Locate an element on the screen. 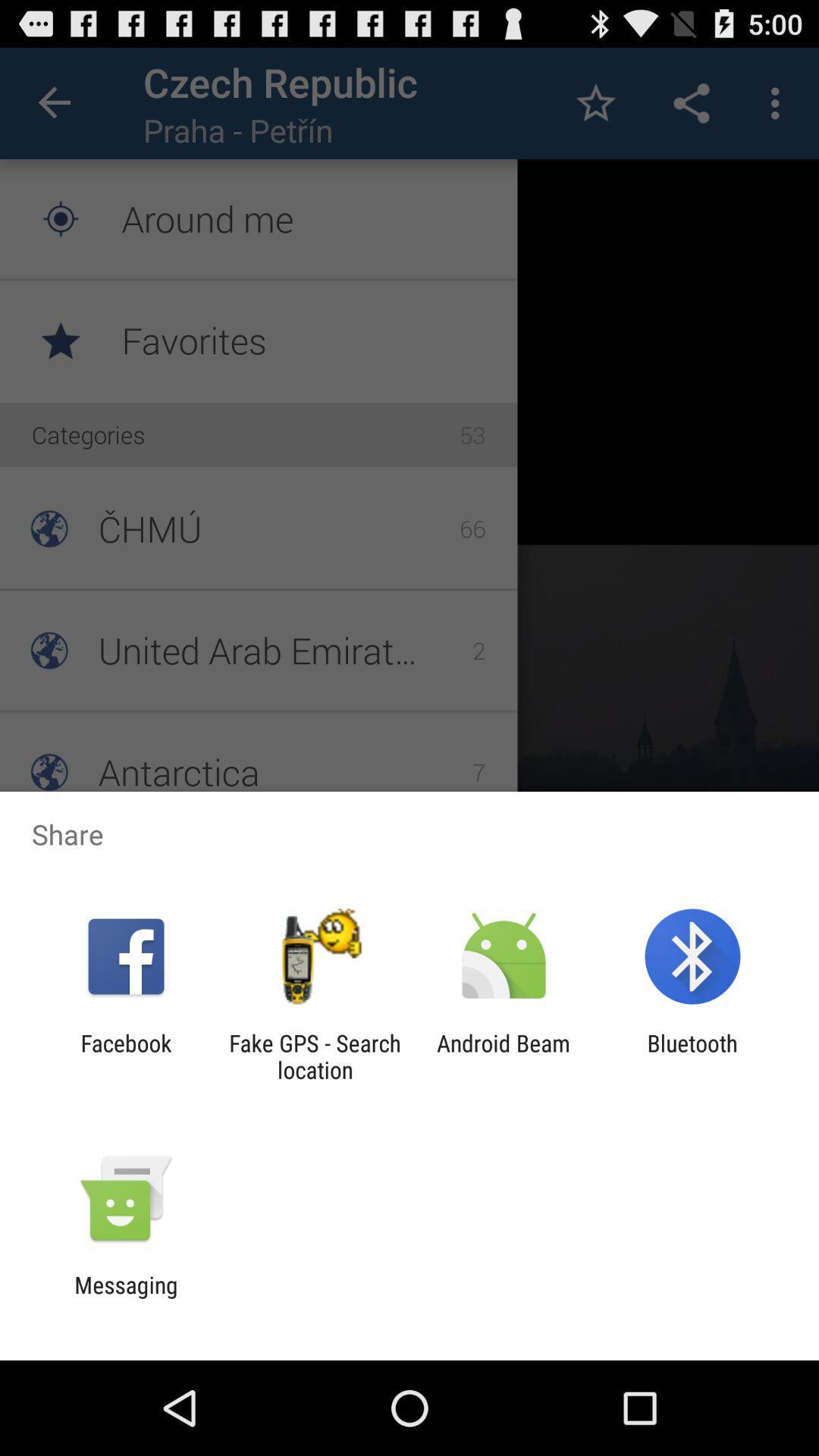 The width and height of the screenshot is (819, 1456). the item at the bottom right corner is located at coordinates (692, 1056).